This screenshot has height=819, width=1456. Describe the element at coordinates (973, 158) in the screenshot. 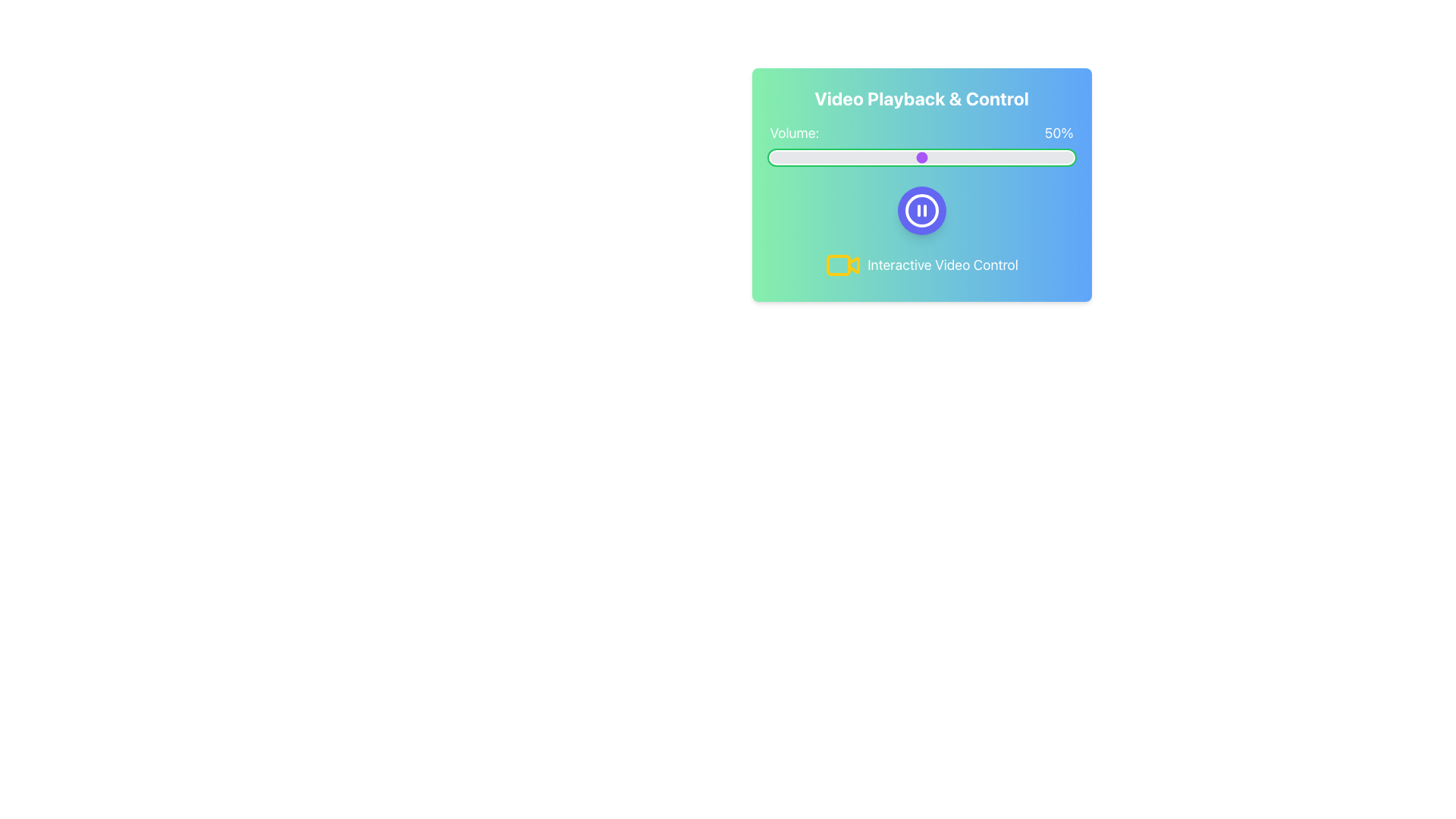

I see `the volume` at that location.